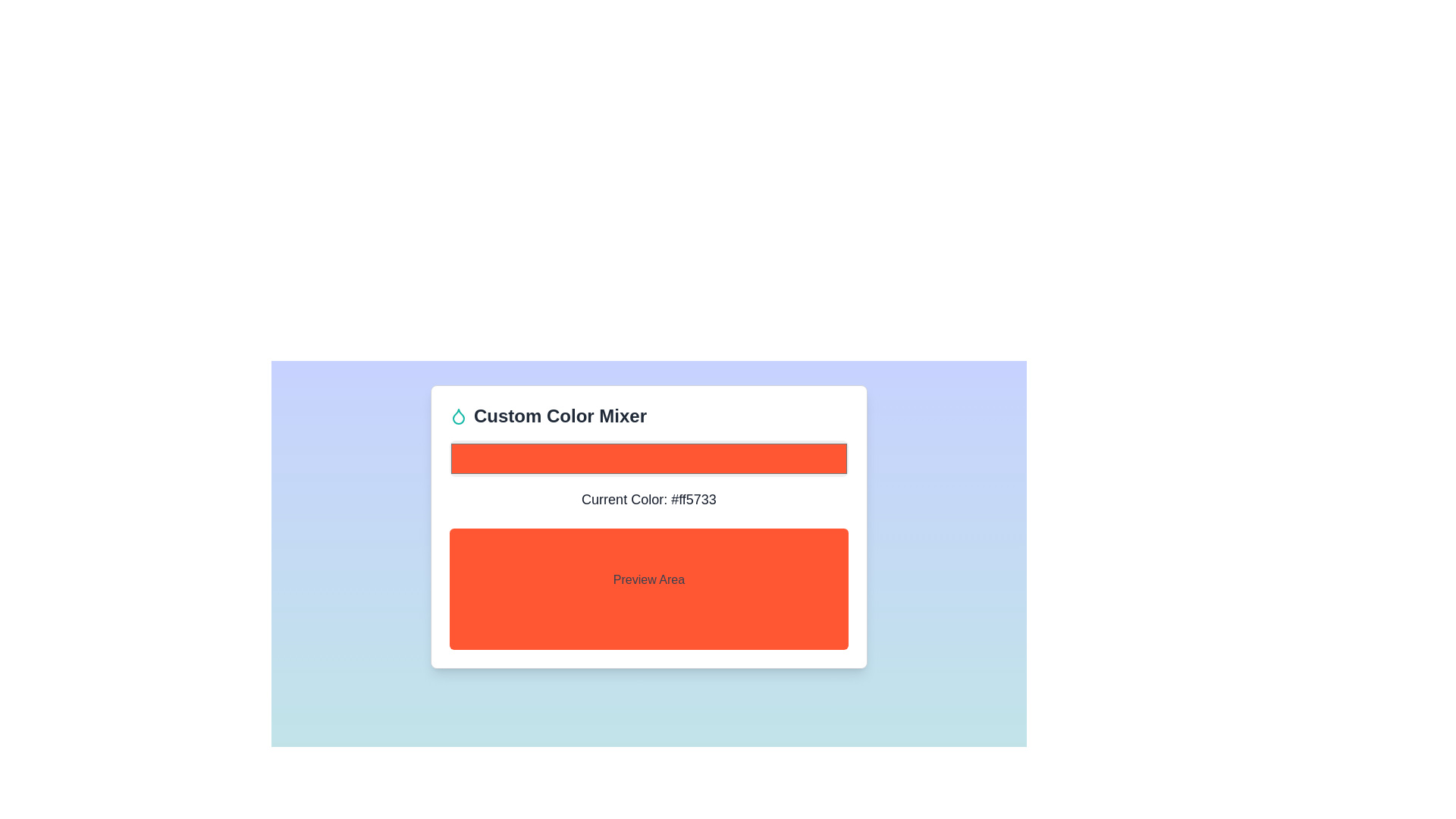 This screenshot has width=1456, height=819. I want to click on the text label displaying 'Current Color: #ff5733' within the 'Custom Color Mixer' interface, located centrally below the color input field and above the preview area, so click(648, 500).